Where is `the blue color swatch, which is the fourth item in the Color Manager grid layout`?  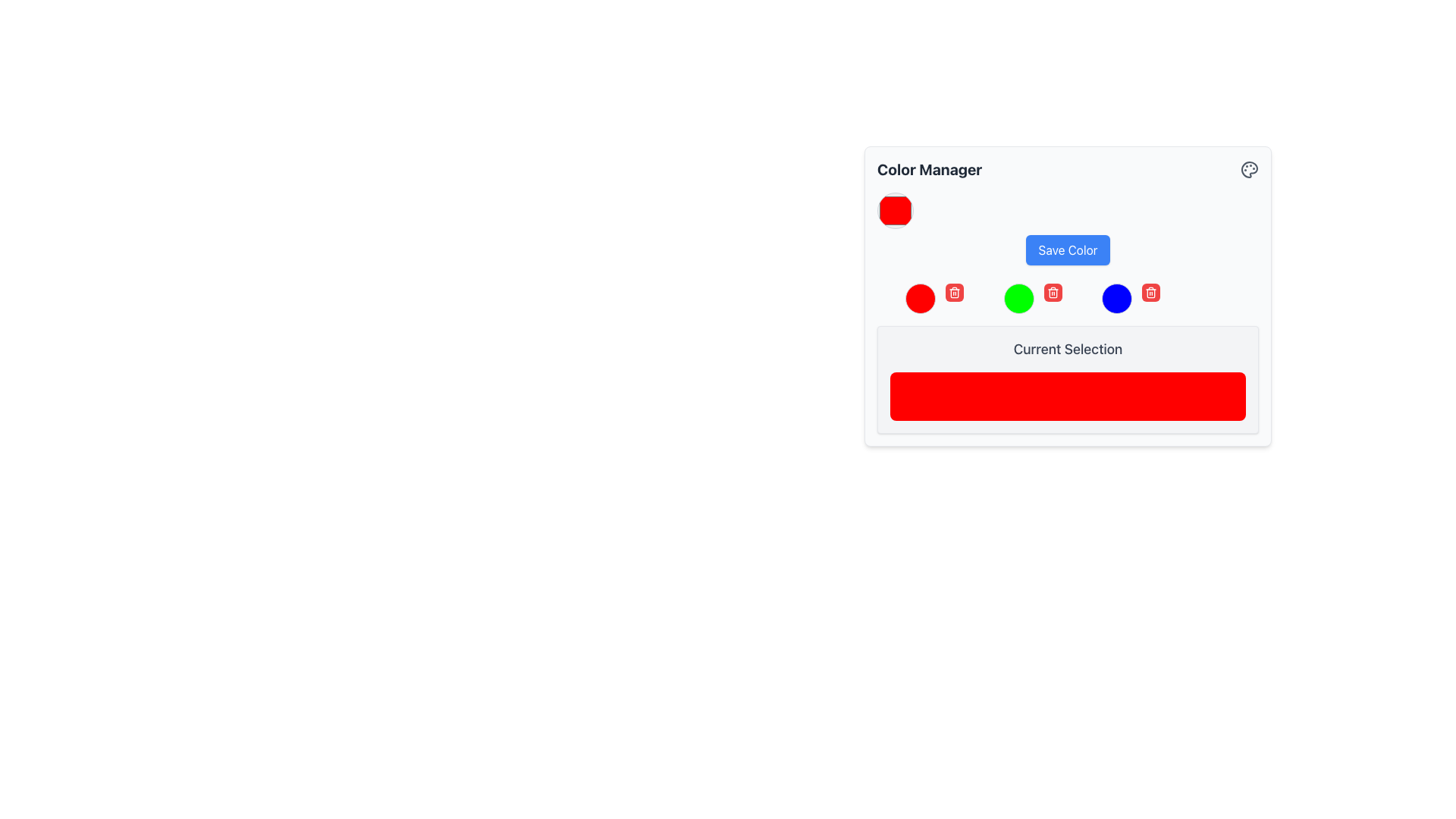 the blue color swatch, which is the fourth item in the Color Manager grid layout is located at coordinates (1117, 298).